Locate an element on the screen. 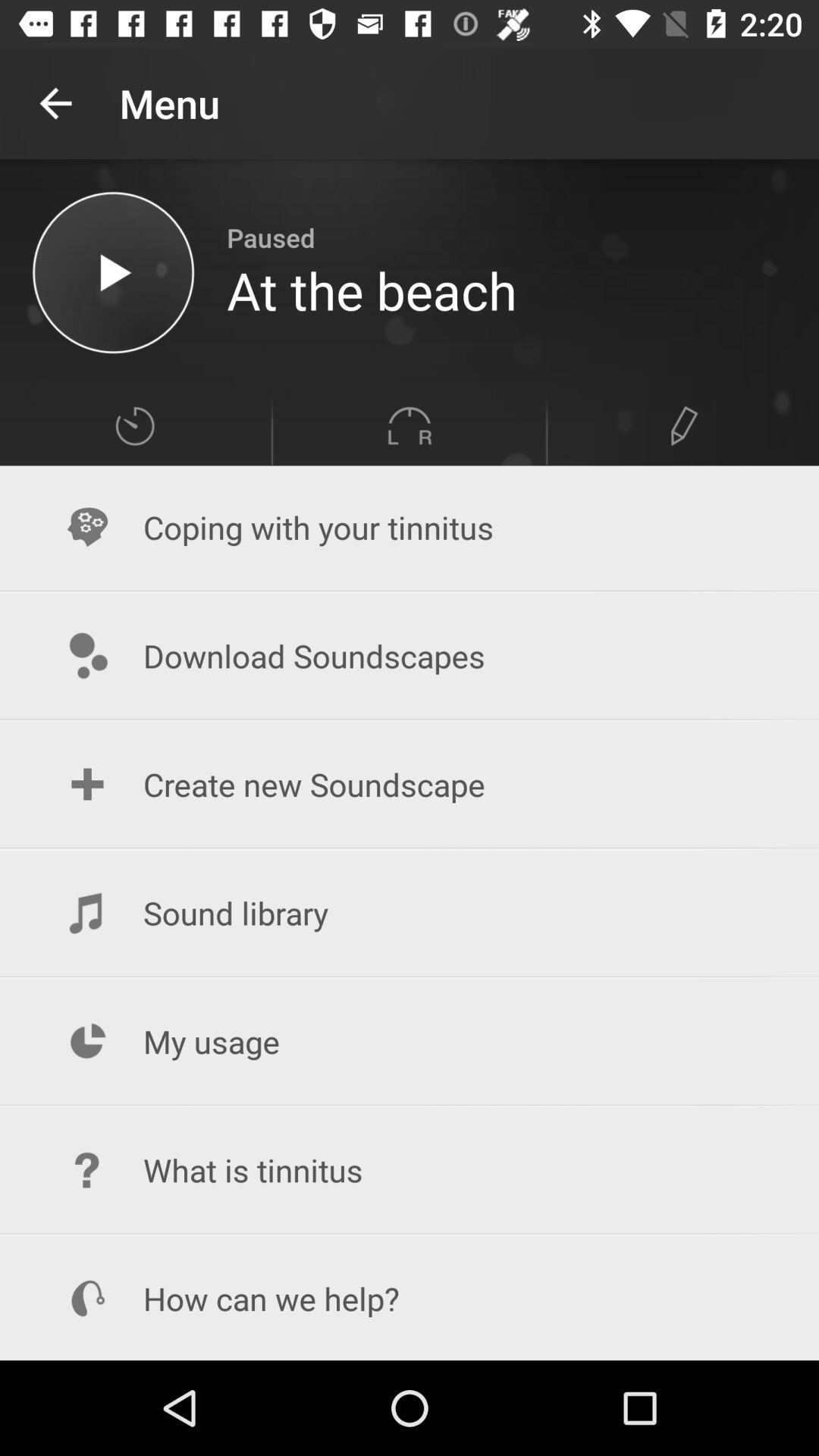 The height and width of the screenshot is (1456, 819). icon above the what is tinnitus is located at coordinates (409, 1040).